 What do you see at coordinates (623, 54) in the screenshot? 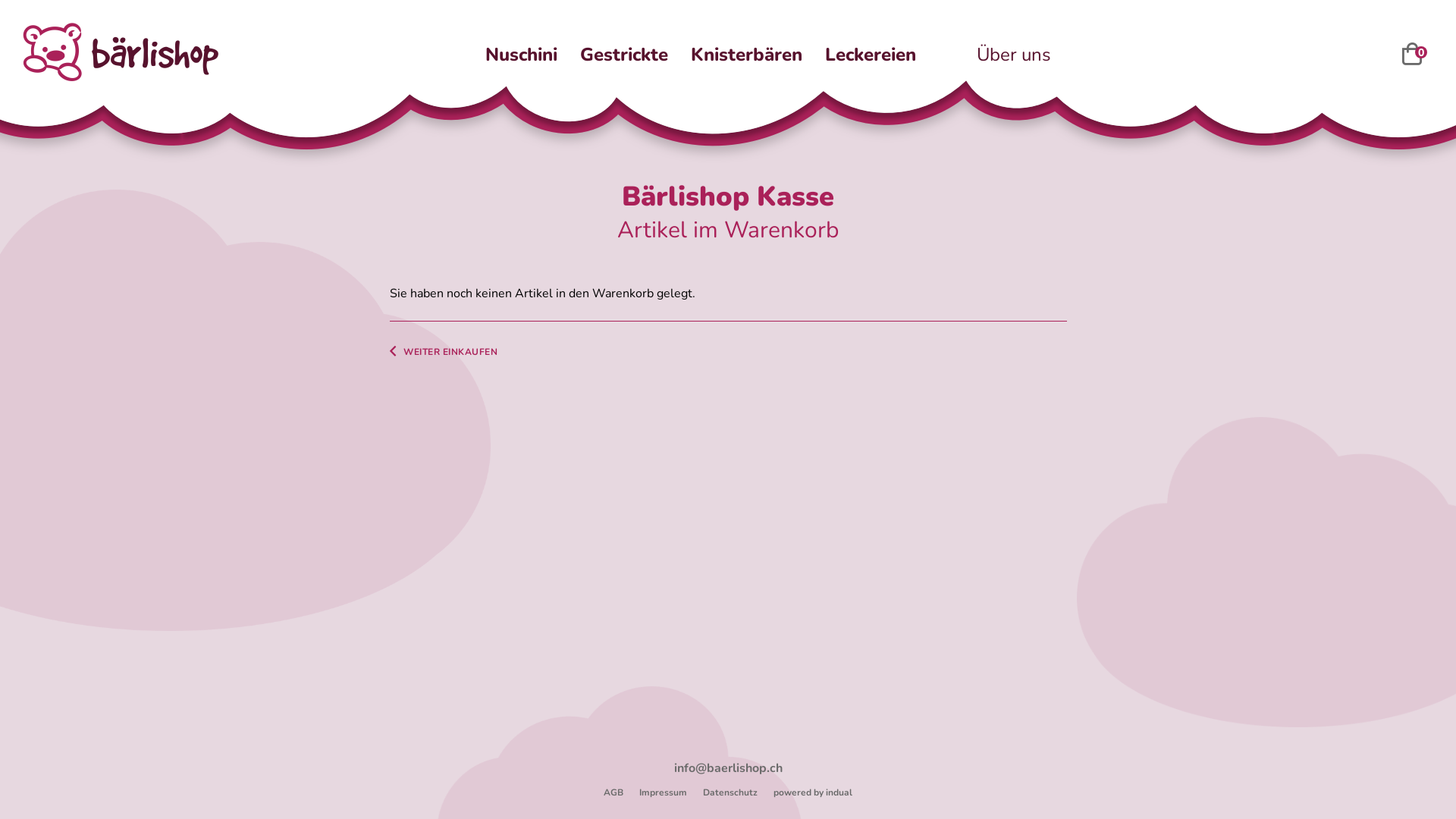
I see `'Gestrickte'` at bounding box center [623, 54].